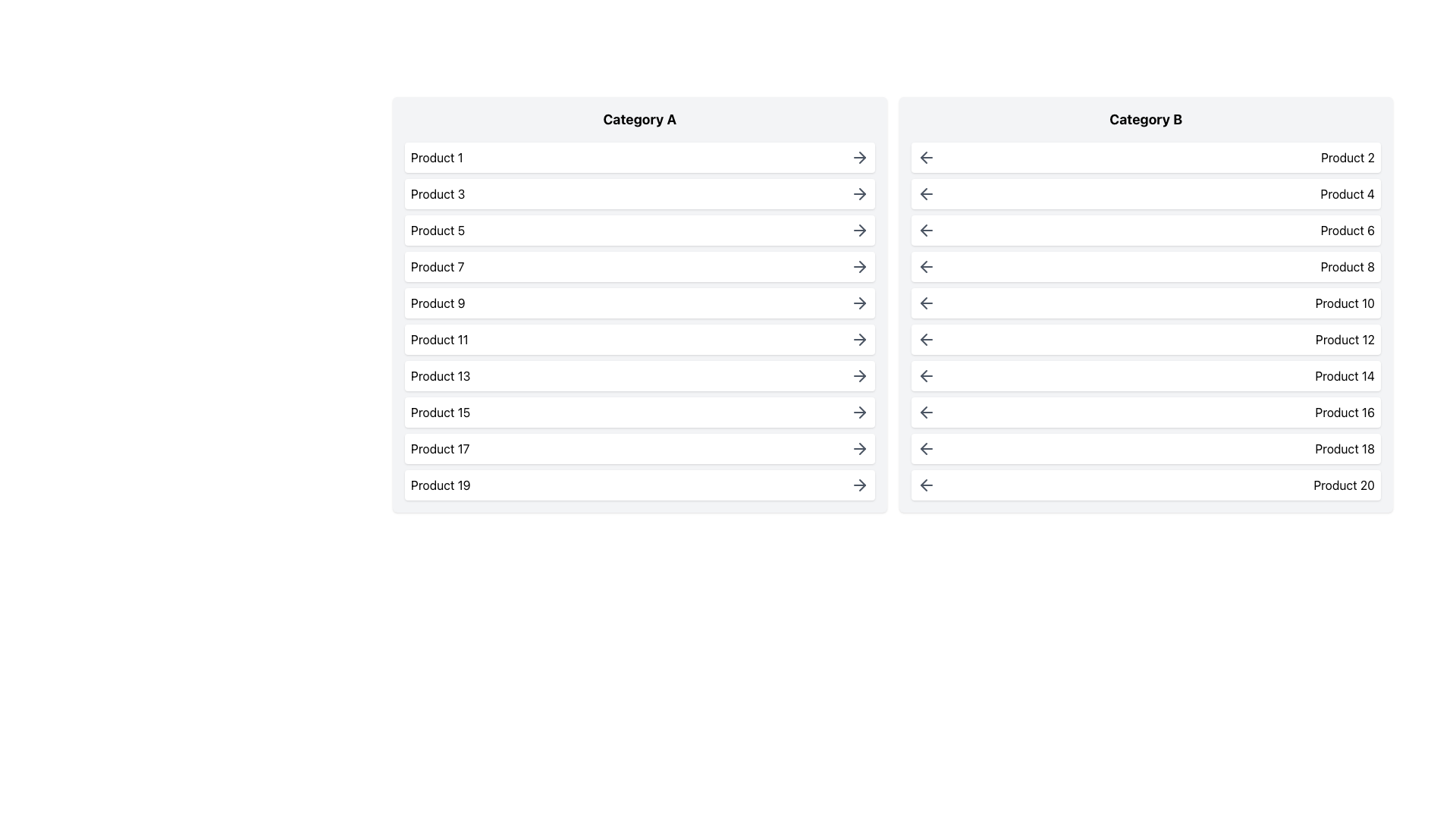 The height and width of the screenshot is (819, 1456). I want to click on the left-pointing arrow icon within the 'Product 16' row under 'Category B', so click(925, 412).